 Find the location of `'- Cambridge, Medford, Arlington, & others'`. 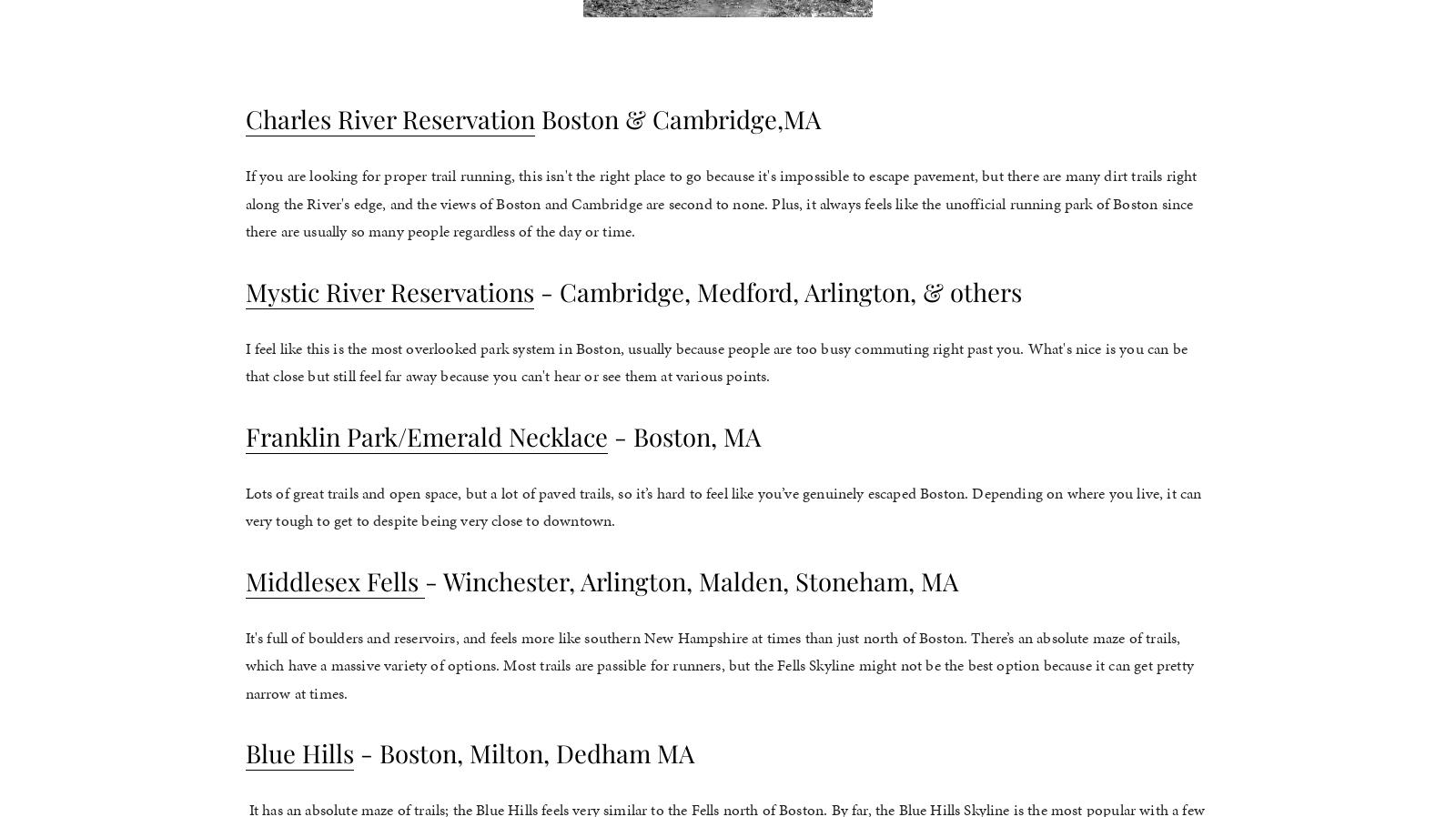

'- Cambridge, Medford, Arlington, & others' is located at coordinates (532, 290).